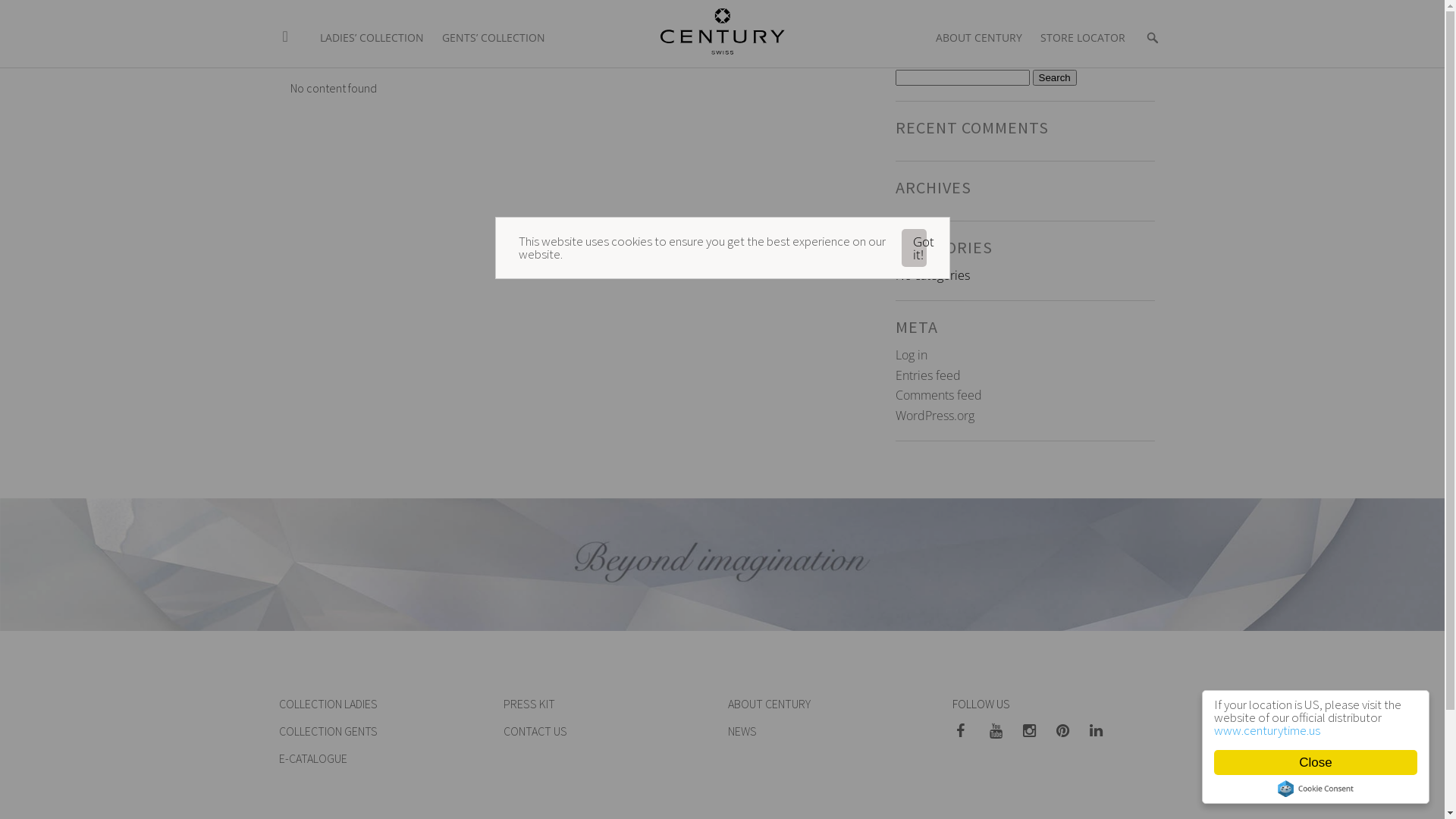  What do you see at coordinates (979, 28) in the screenshot?
I see `'ABOUT CENTURY'` at bounding box center [979, 28].